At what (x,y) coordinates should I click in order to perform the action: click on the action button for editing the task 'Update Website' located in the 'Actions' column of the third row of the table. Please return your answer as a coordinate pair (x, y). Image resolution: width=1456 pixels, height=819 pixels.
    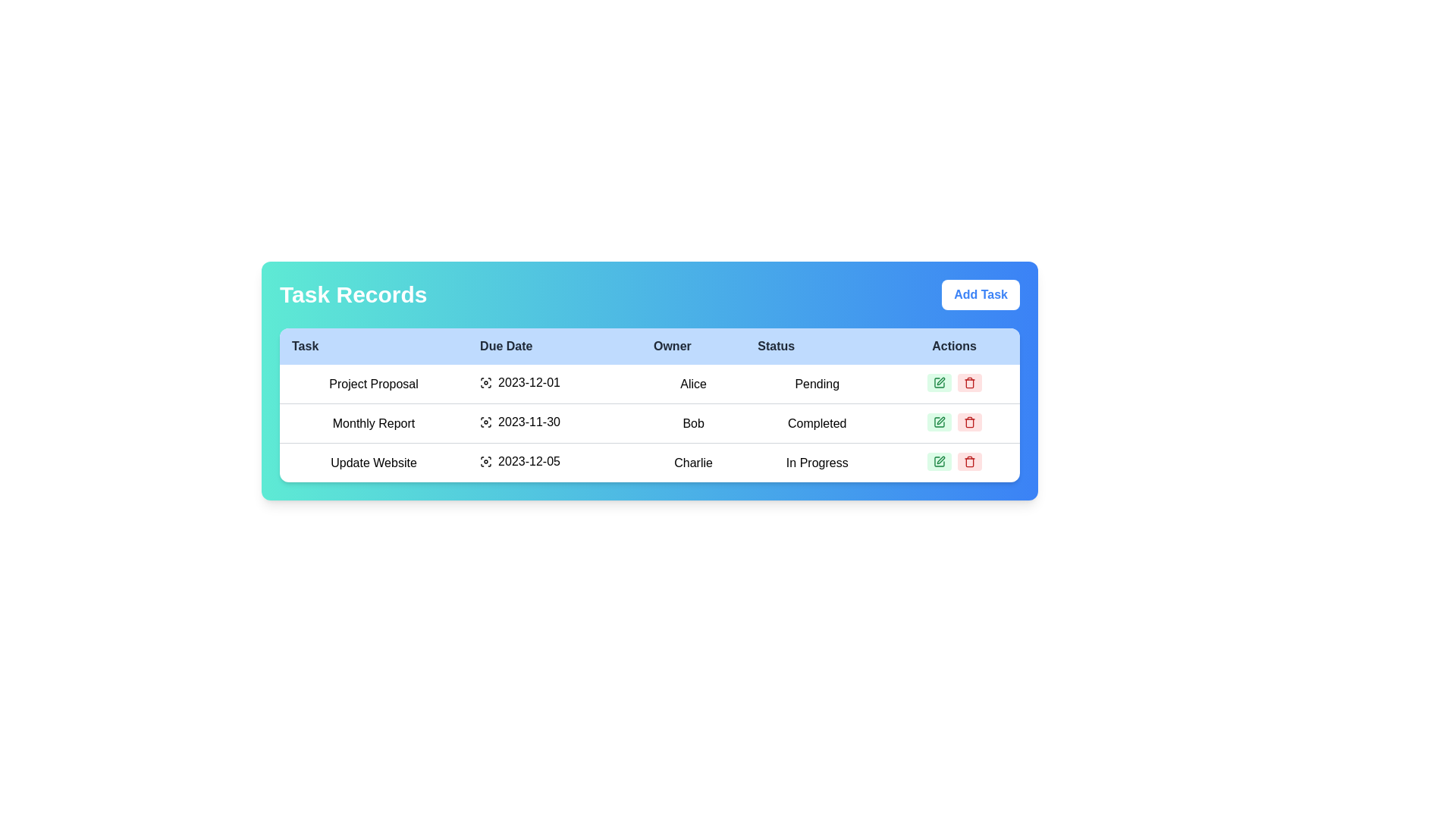
    Looking at the image, I should click on (940, 459).